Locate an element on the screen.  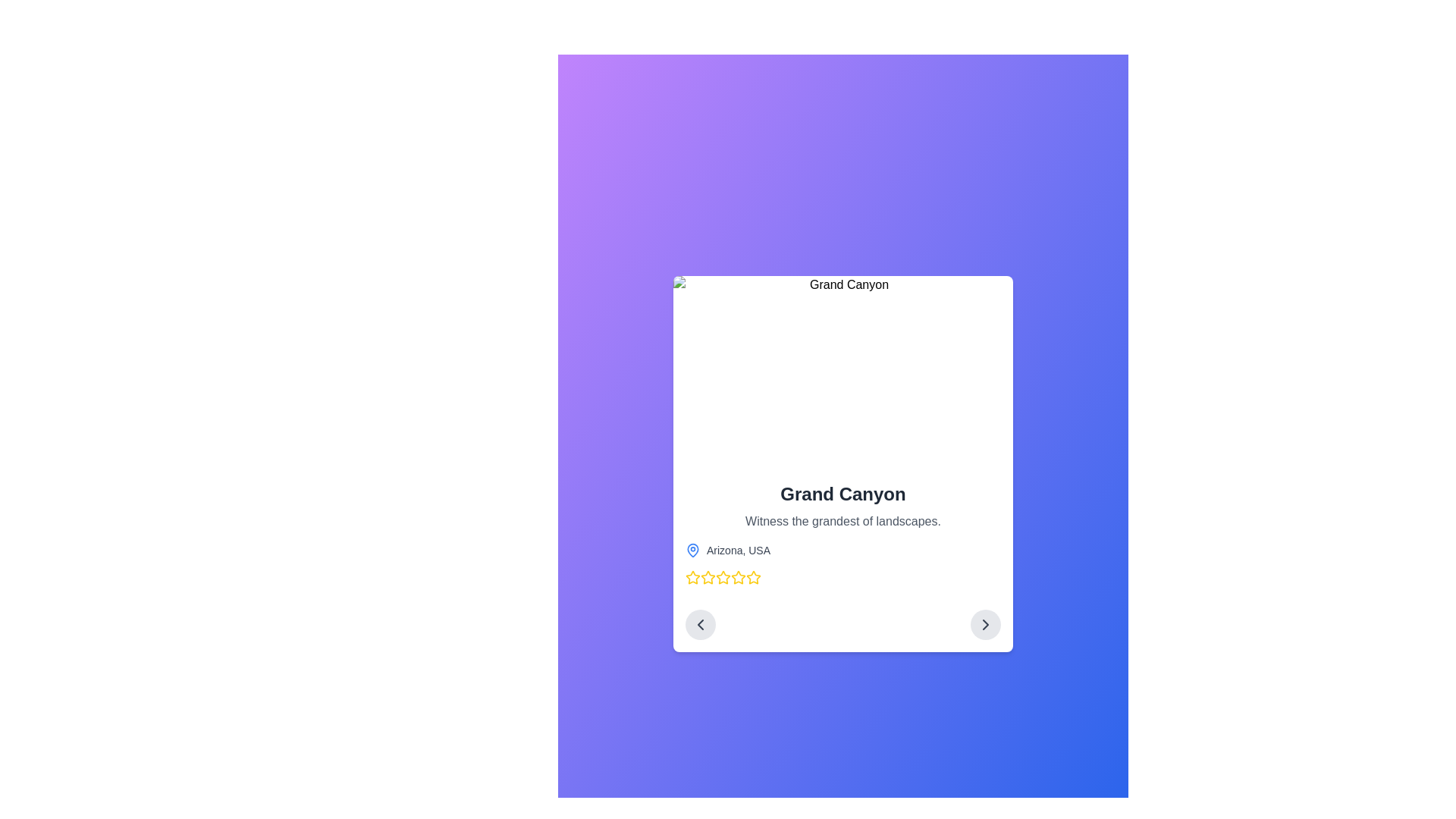
the first star-shaped icon with bold yellow outlines is located at coordinates (708, 577).